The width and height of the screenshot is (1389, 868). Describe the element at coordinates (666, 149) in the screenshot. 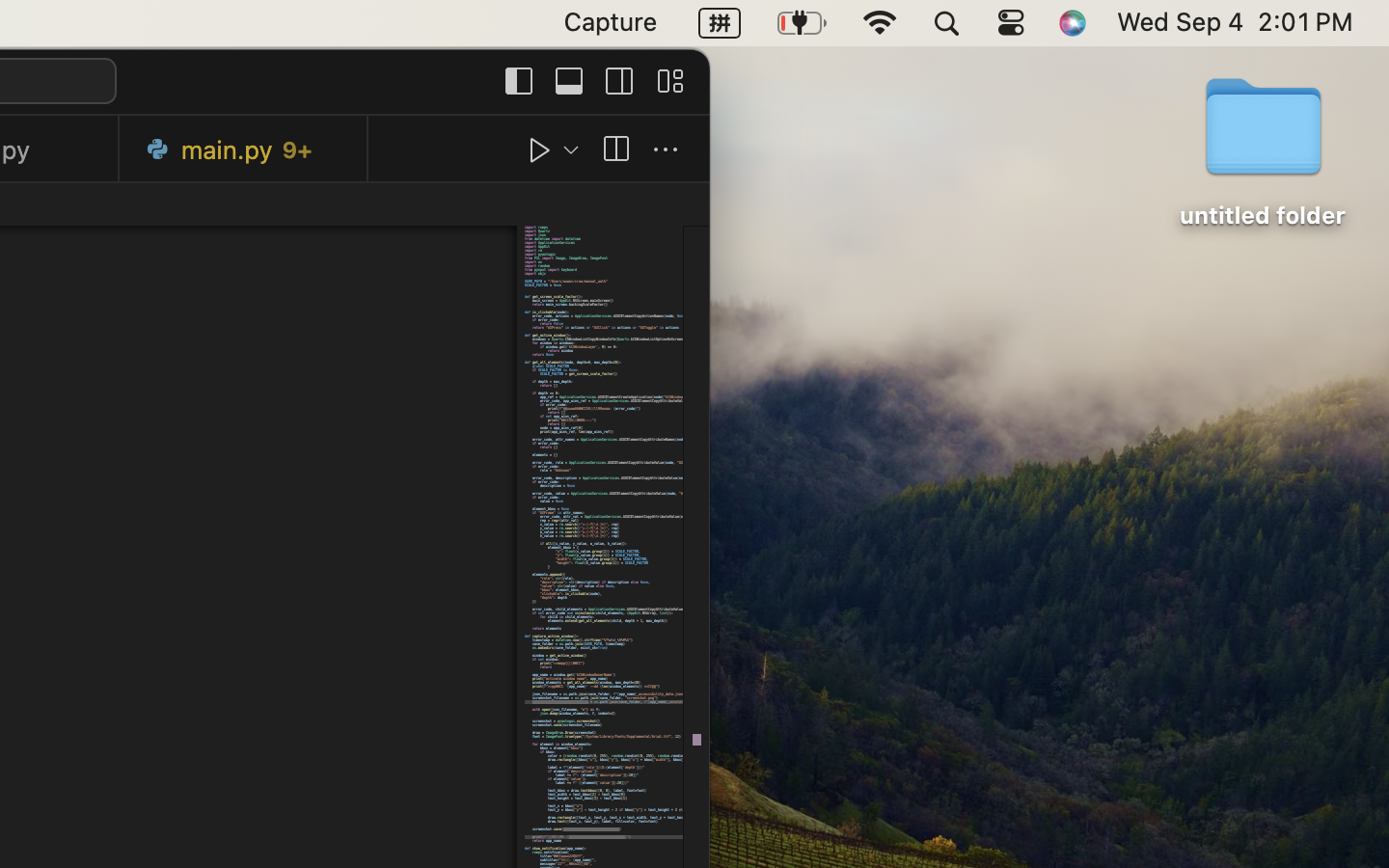

I see `''` at that location.